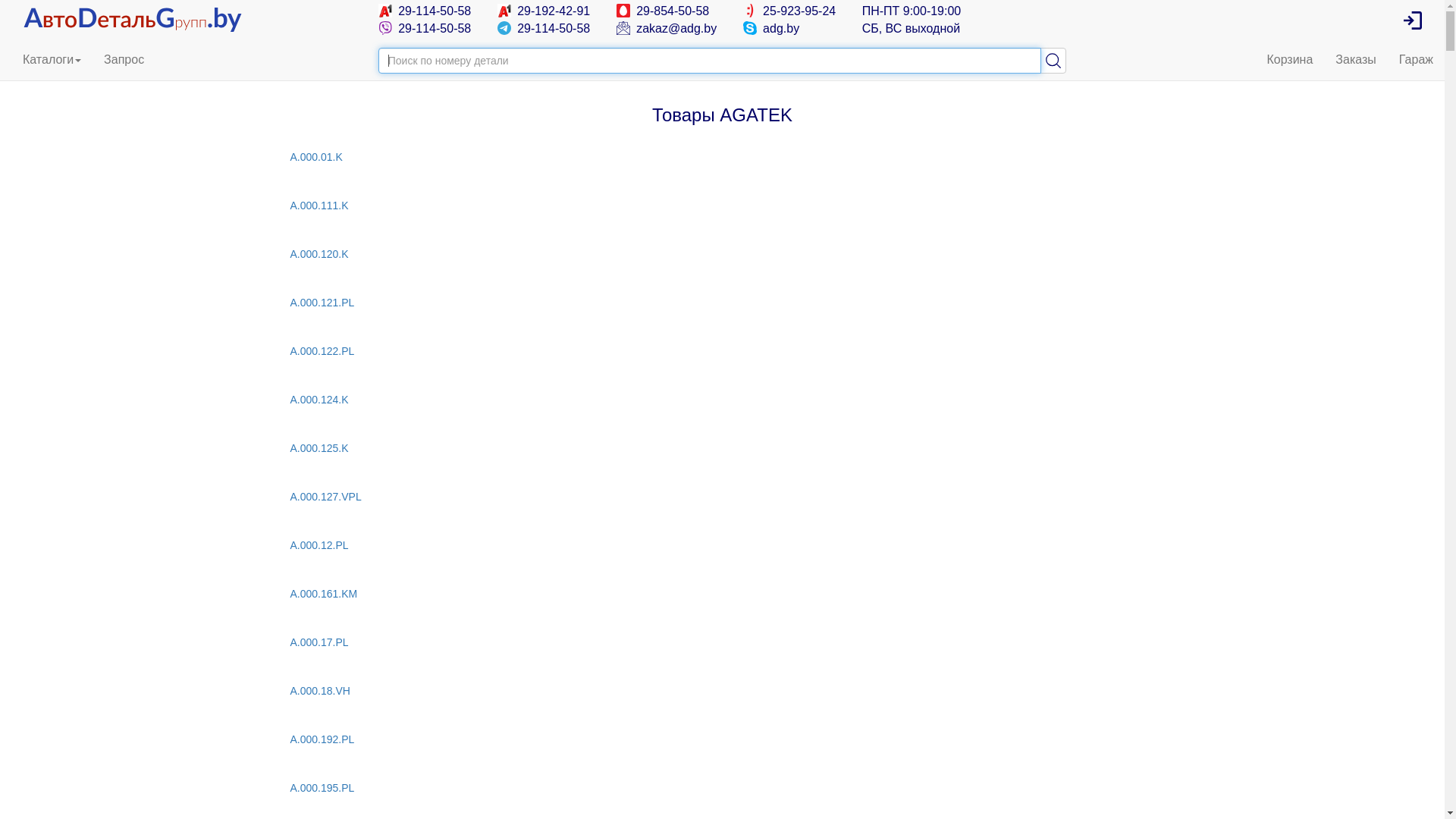 The image size is (1456, 819). I want to click on 'A.000.111.K', so click(720, 205).